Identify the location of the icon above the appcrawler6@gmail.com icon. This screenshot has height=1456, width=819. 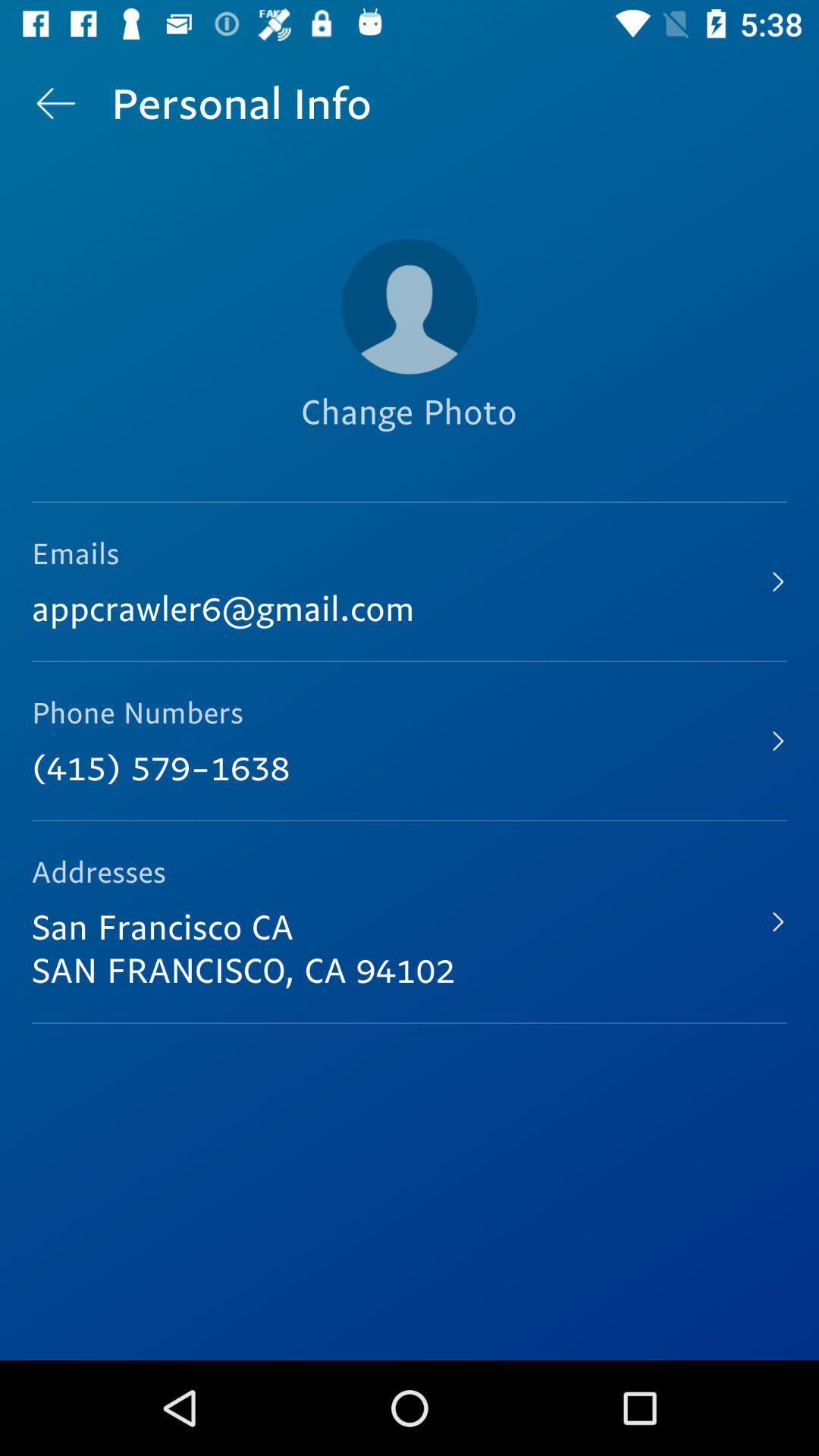
(408, 437).